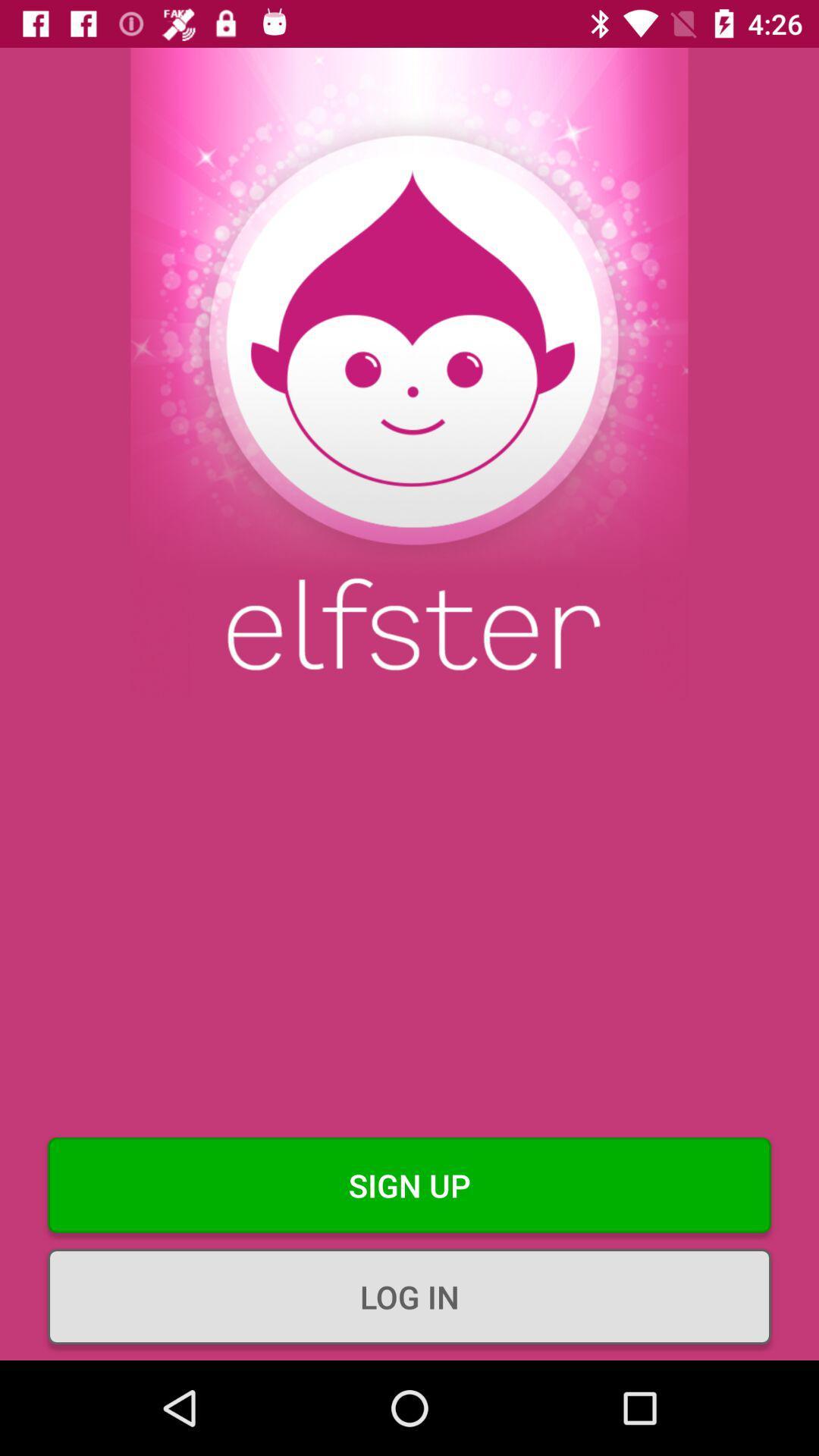 Image resolution: width=819 pixels, height=1456 pixels. What do you see at coordinates (409, 1185) in the screenshot?
I see `icon above the log in` at bounding box center [409, 1185].